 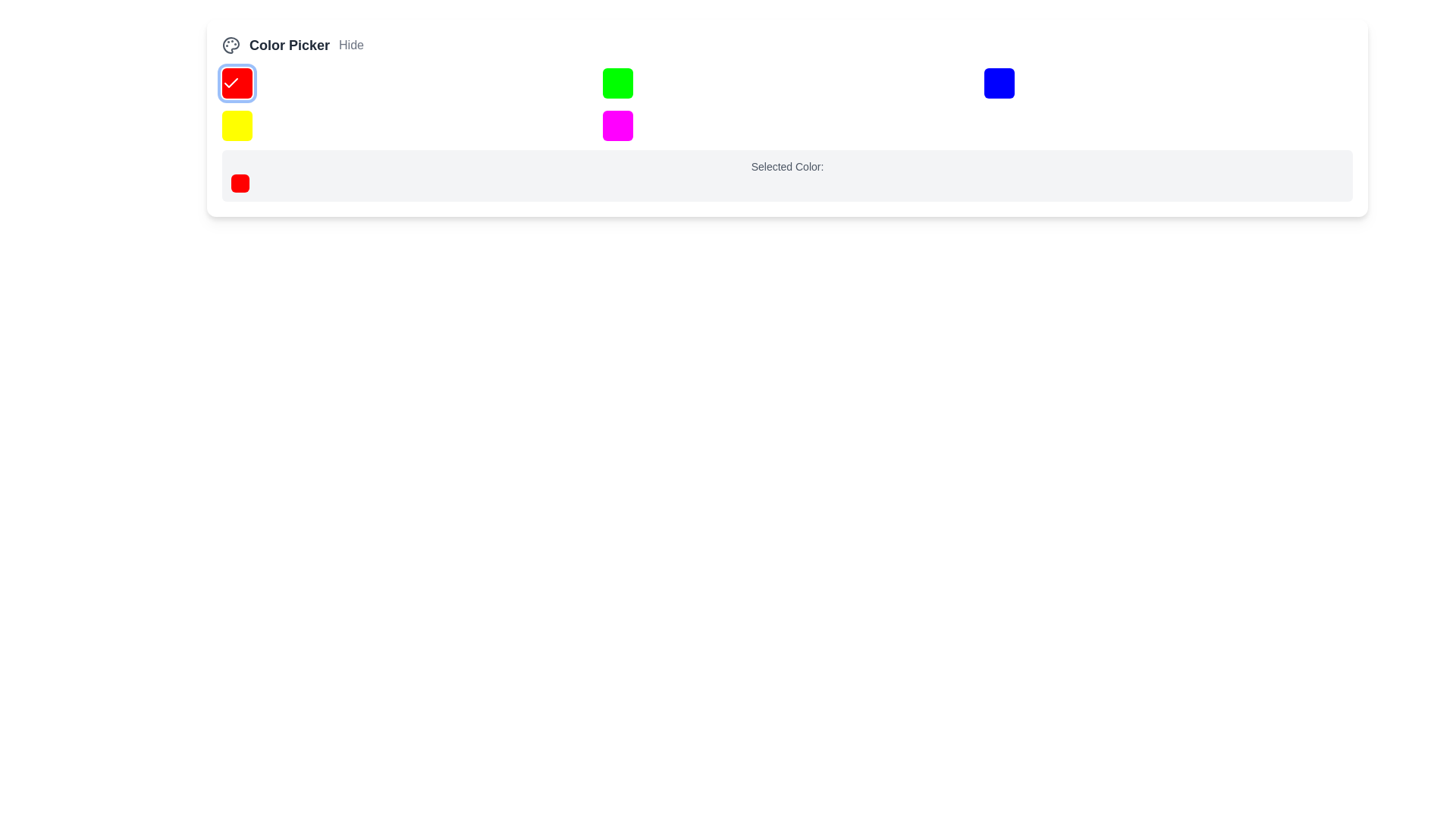 I want to click on text label 'Selected Color:' displayed in a small font size and light gray color within its rectangular panel, so click(x=787, y=166).